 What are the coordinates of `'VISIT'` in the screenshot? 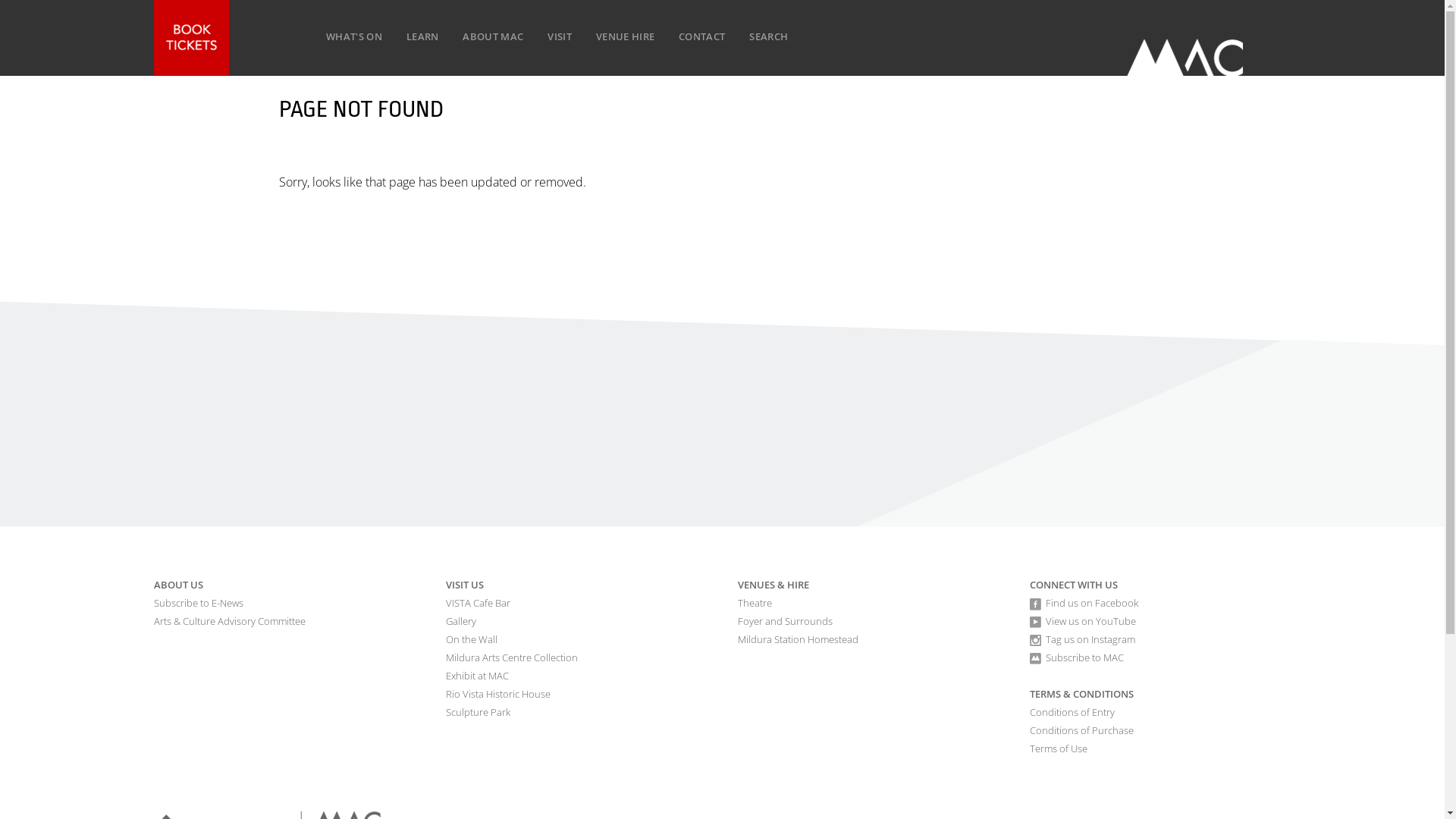 It's located at (559, 36).